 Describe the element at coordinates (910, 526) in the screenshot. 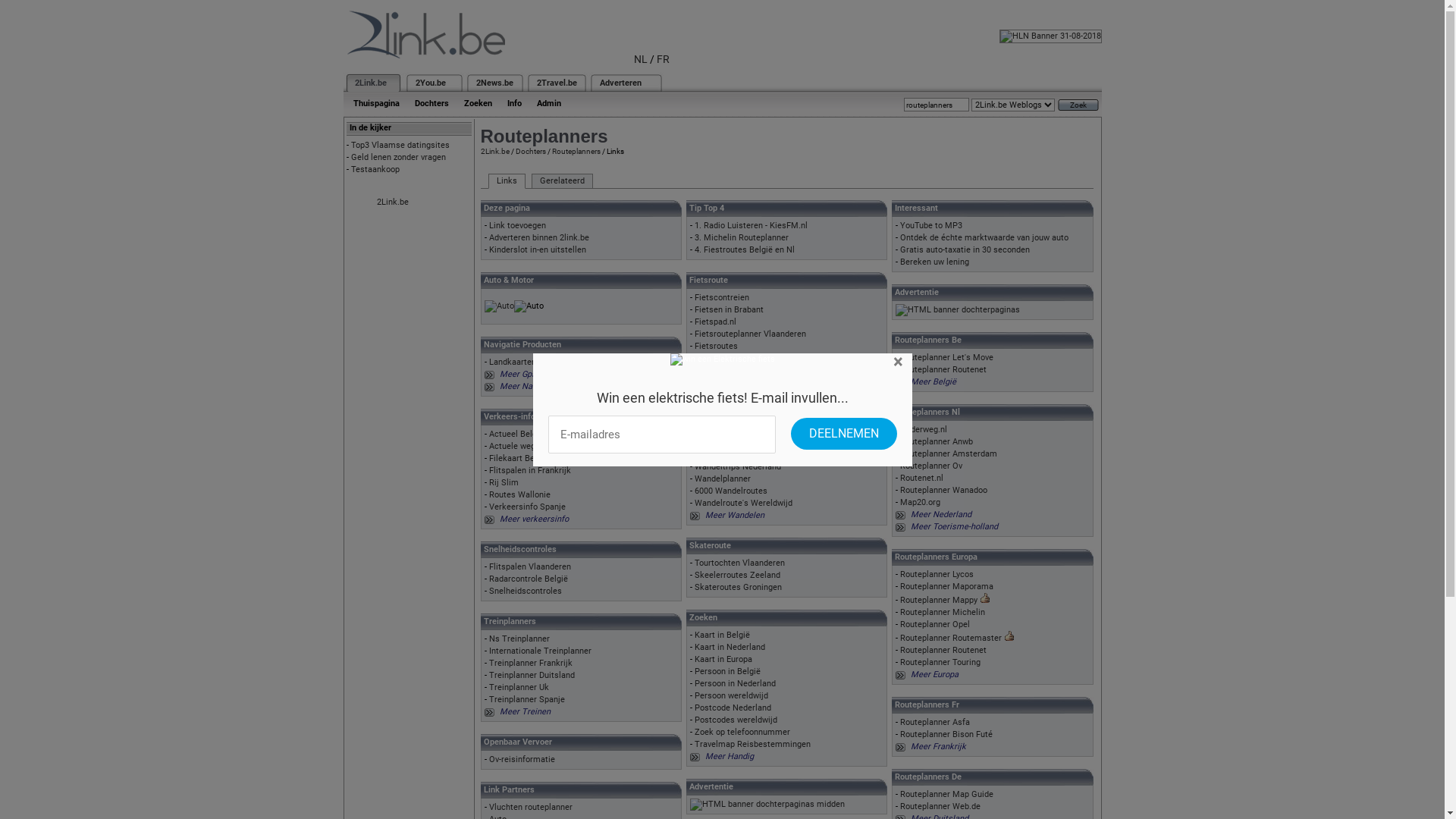

I see `'Meer Toerisme-holland'` at that location.